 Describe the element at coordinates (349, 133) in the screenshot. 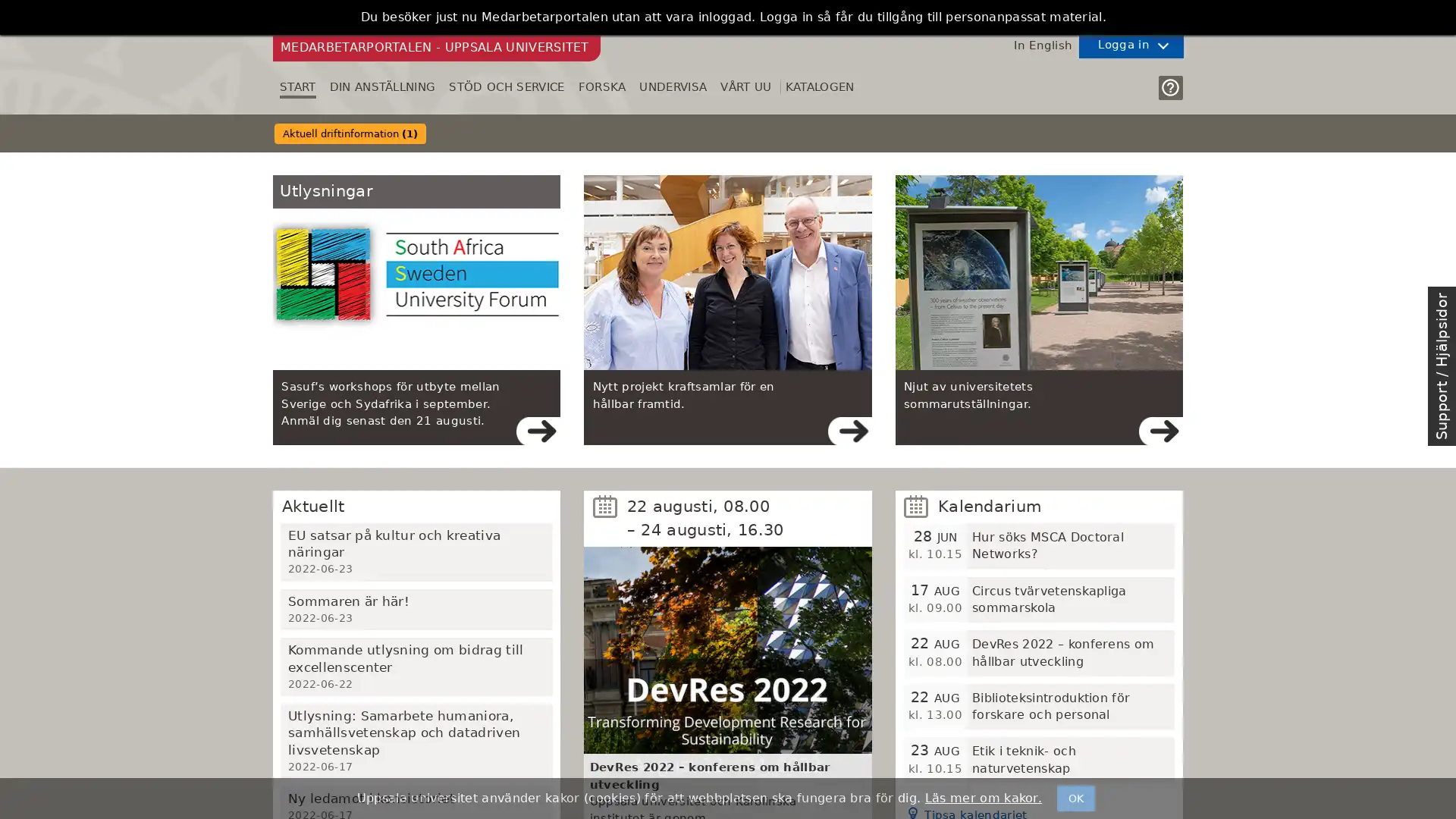

I see `Aktuell driftinformation (1)` at that location.